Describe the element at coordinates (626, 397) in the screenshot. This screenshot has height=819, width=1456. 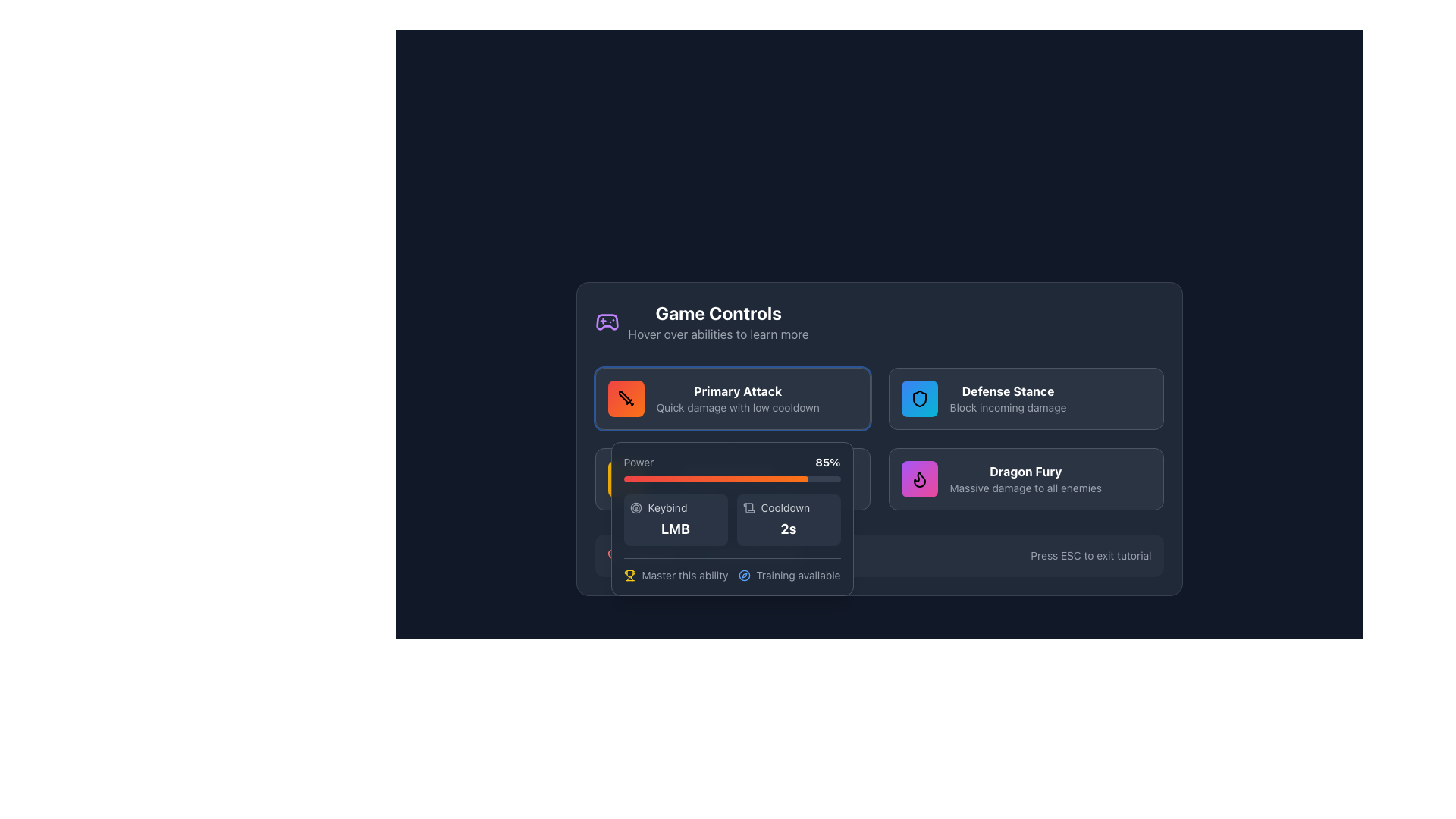
I see `the 'Primary Attack' button` at that location.